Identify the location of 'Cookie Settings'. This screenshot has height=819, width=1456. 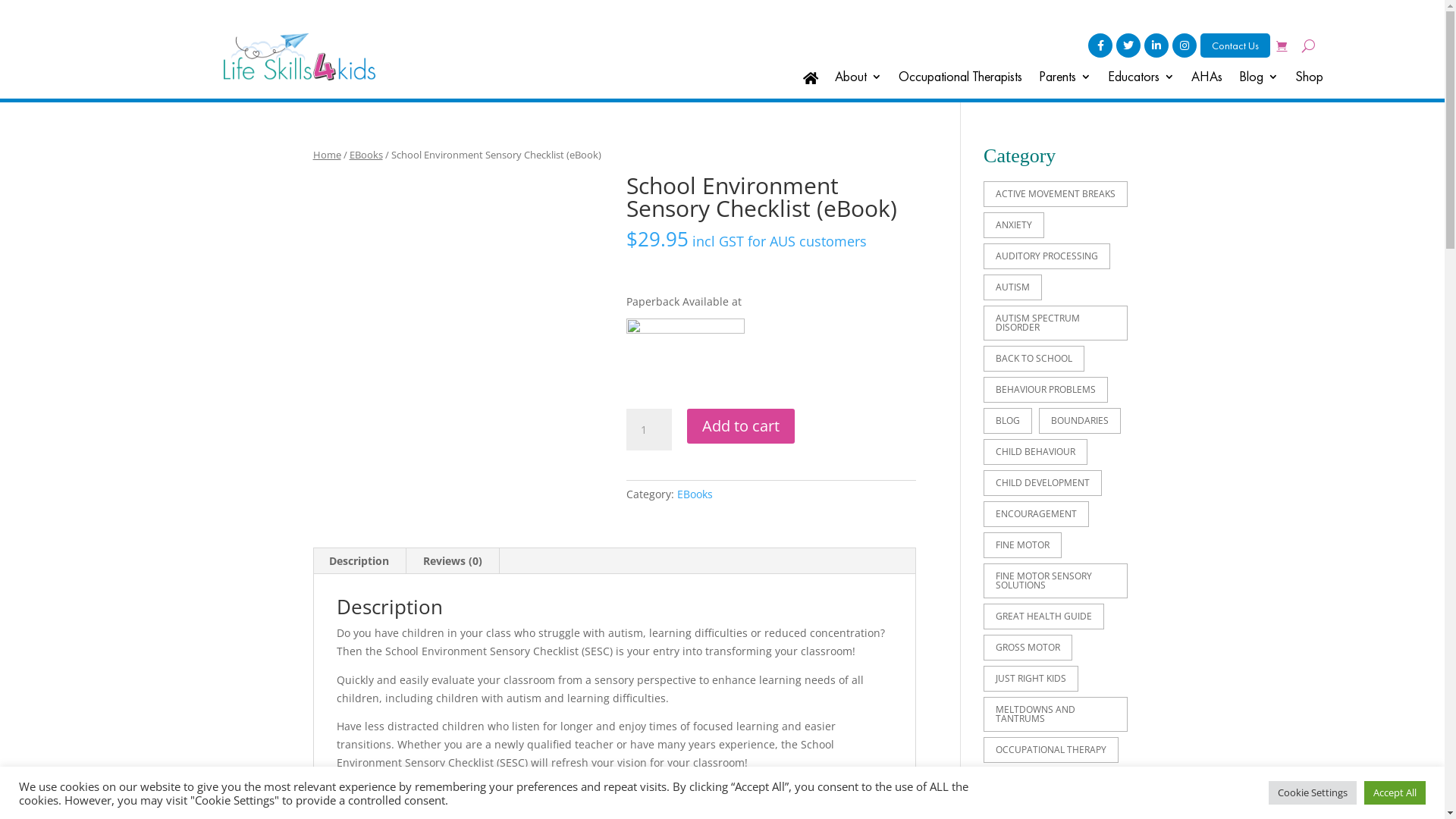
(1269, 792).